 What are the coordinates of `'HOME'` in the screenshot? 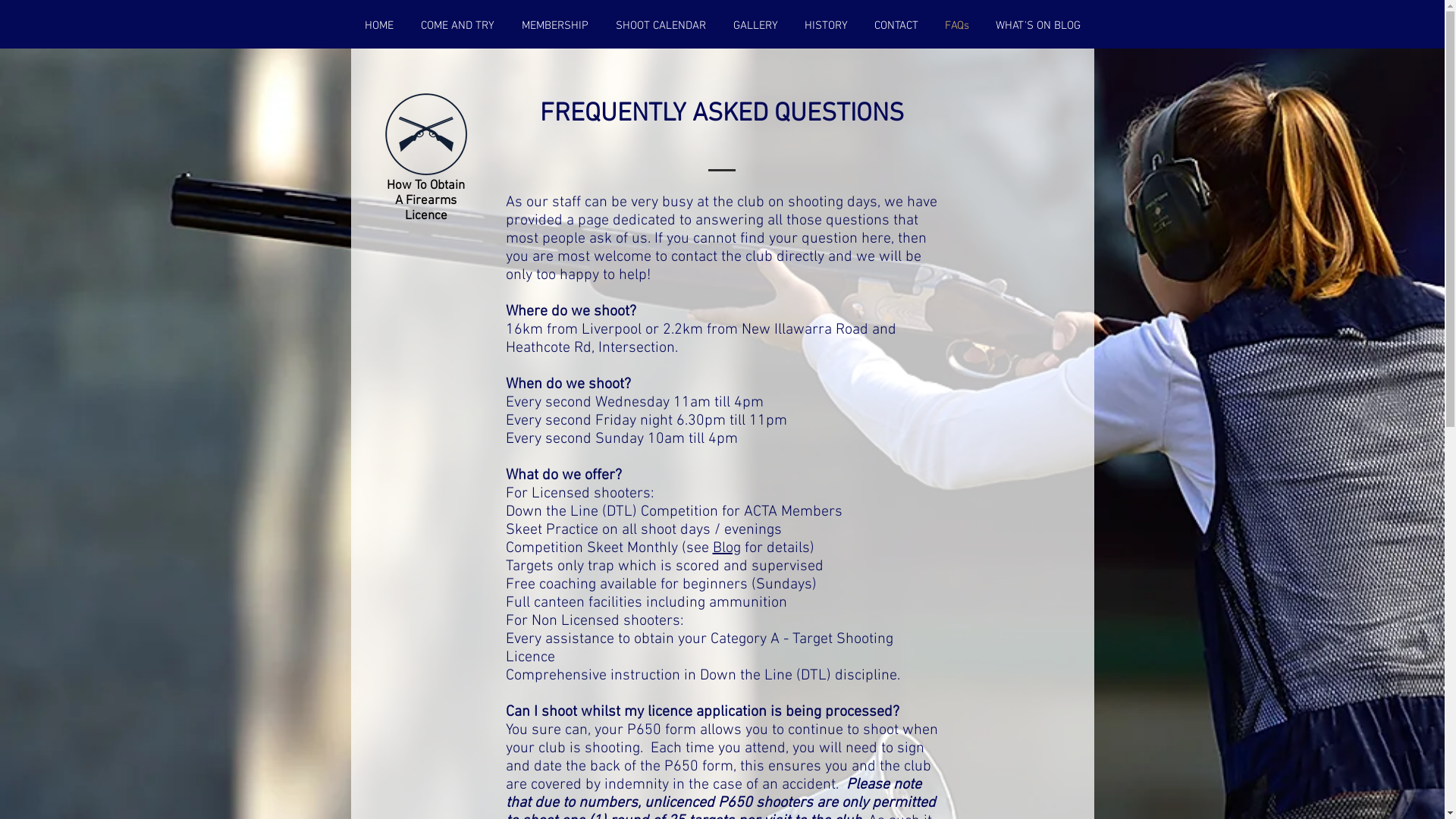 It's located at (378, 26).